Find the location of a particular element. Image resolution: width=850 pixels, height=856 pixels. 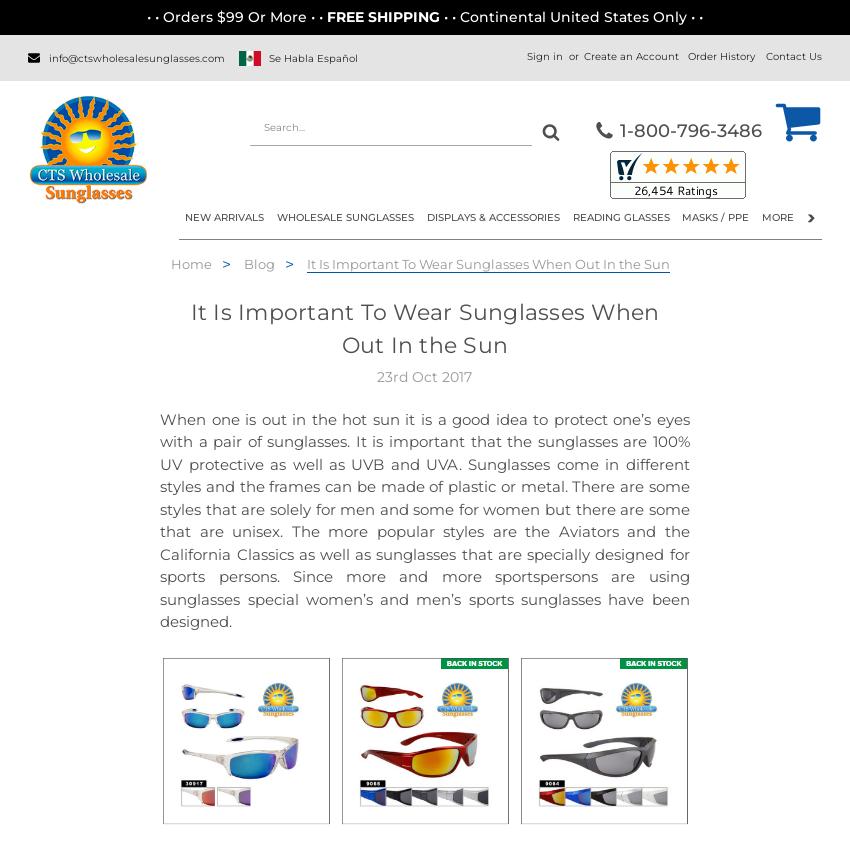

'FREE SHIPPING' is located at coordinates (385, 17).